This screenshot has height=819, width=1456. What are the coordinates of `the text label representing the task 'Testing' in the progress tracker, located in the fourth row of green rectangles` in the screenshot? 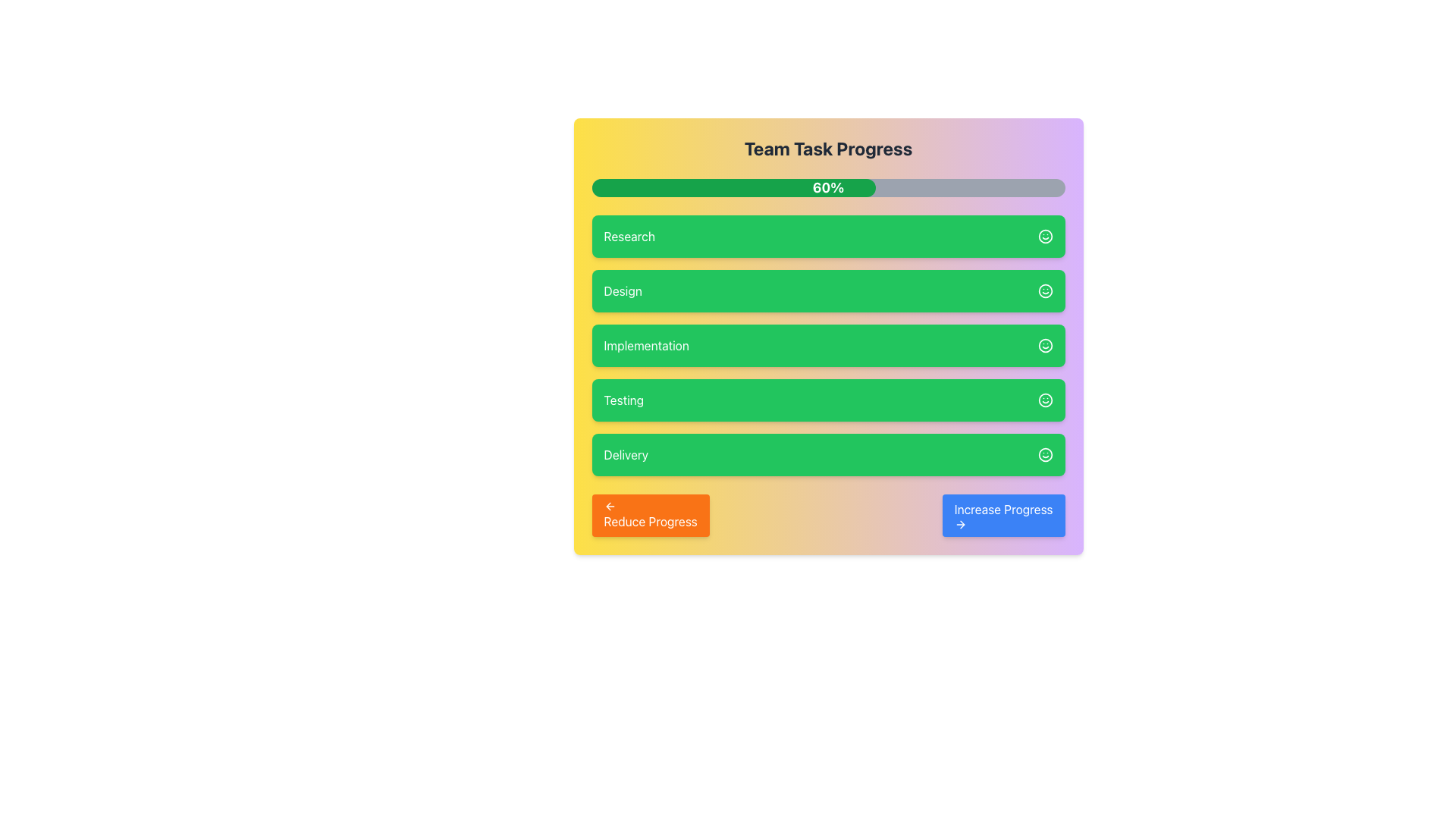 It's located at (623, 400).